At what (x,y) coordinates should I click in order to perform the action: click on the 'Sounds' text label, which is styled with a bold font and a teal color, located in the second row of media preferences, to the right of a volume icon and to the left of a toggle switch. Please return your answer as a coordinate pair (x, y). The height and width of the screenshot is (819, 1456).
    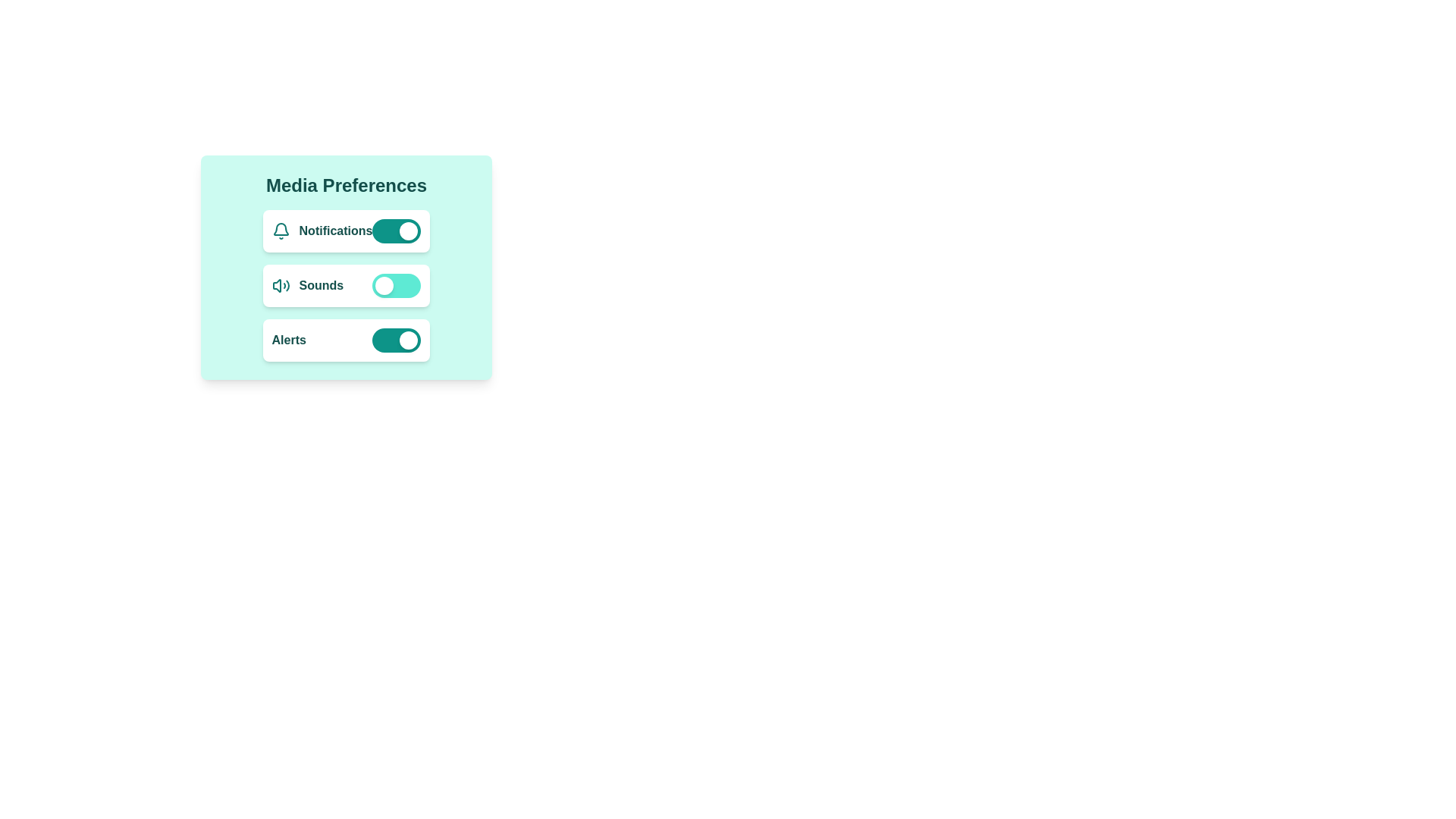
    Looking at the image, I should click on (320, 286).